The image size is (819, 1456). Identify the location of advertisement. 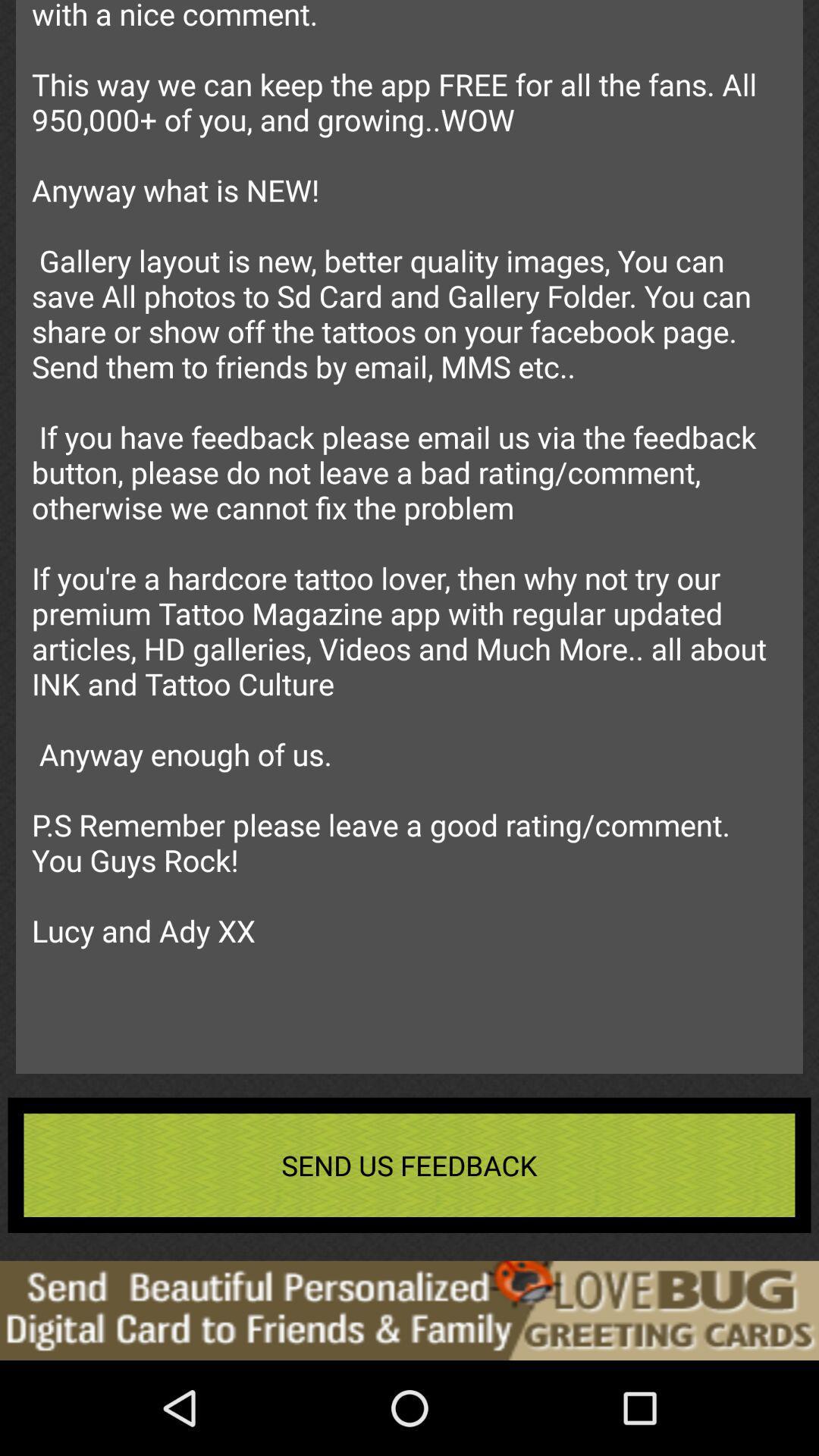
(409, 1310).